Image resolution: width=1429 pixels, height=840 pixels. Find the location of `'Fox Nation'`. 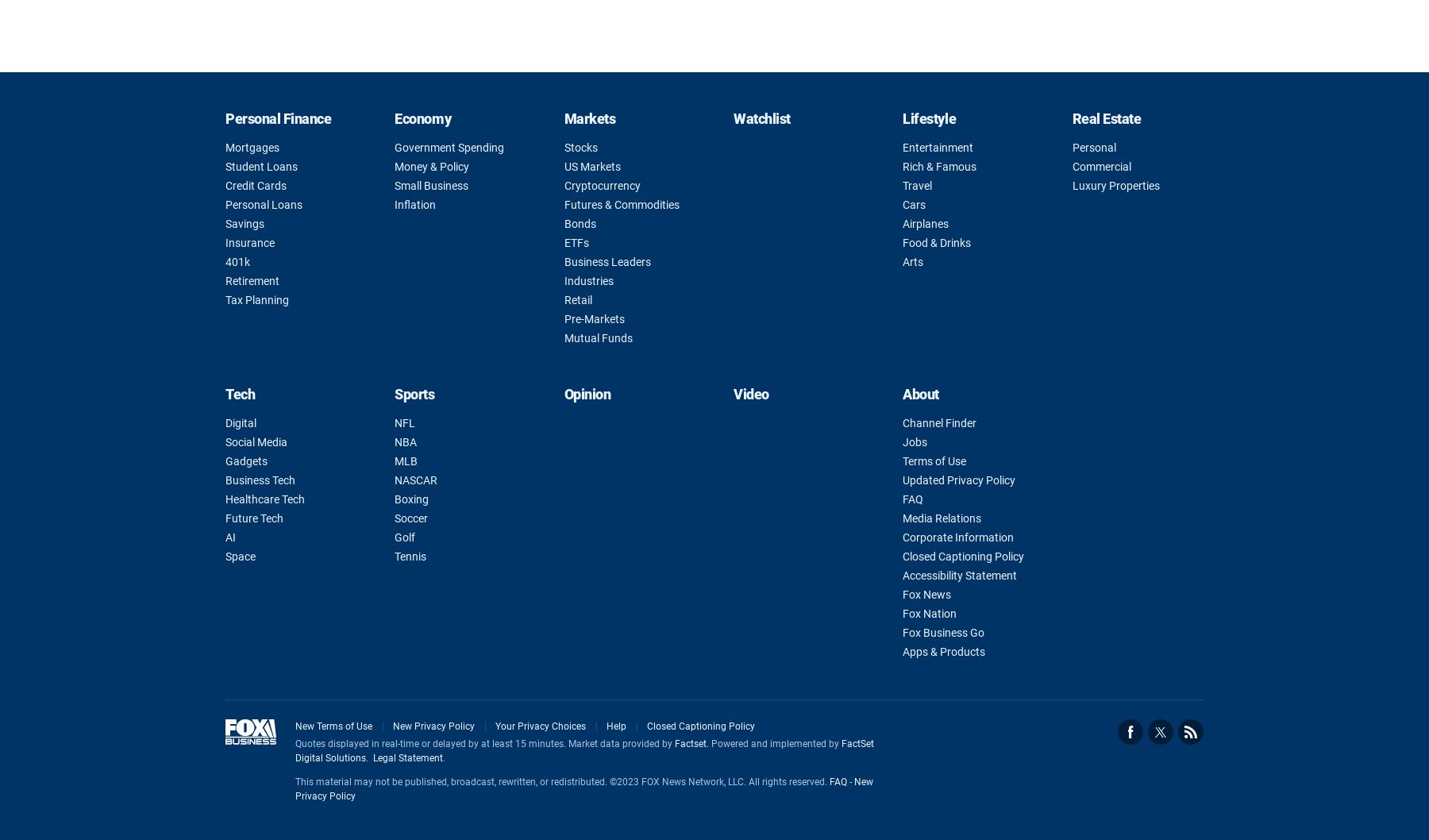

'Fox Nation' is located at coordinates (929, 613).